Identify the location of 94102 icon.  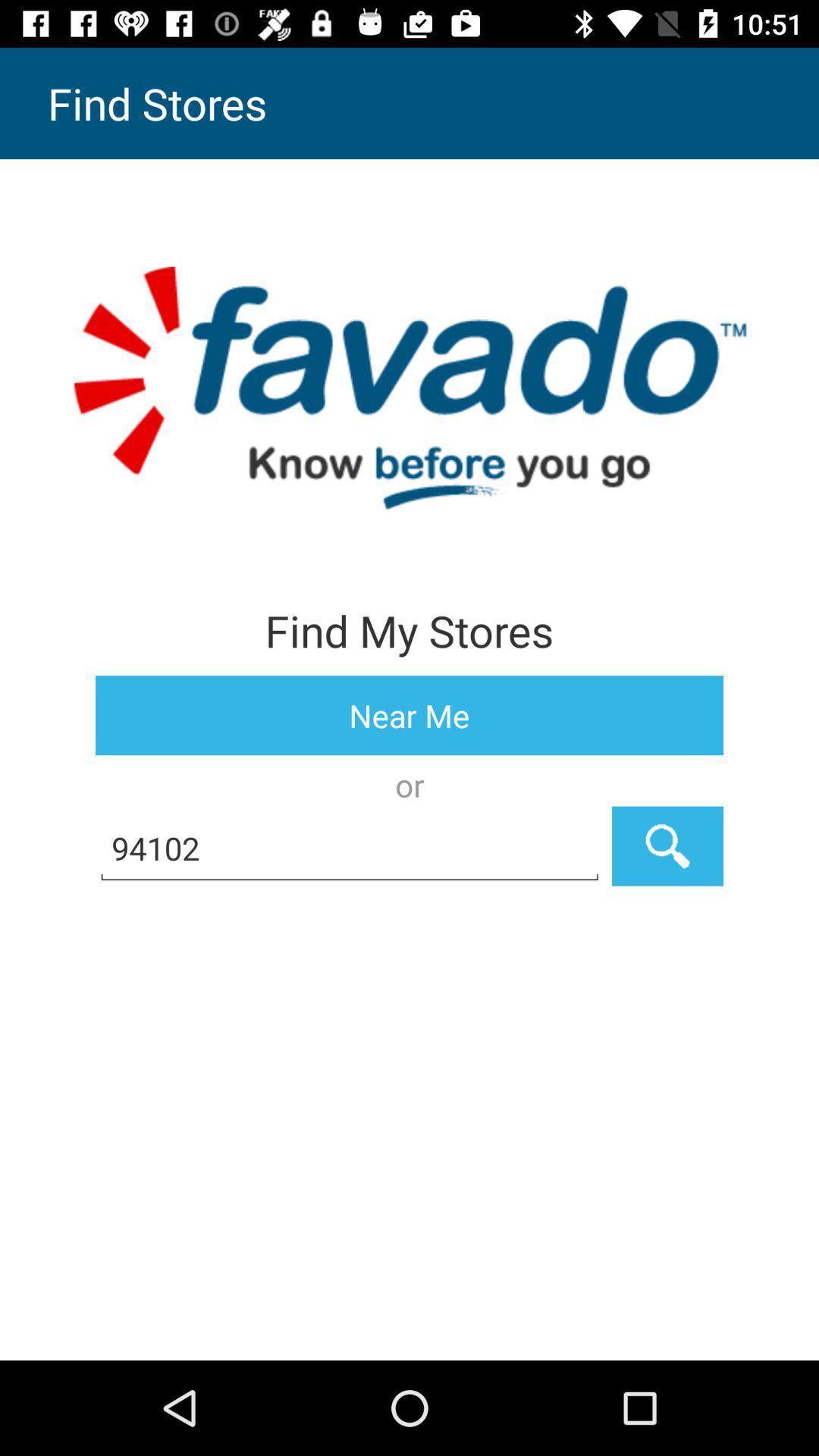
(350, 846).